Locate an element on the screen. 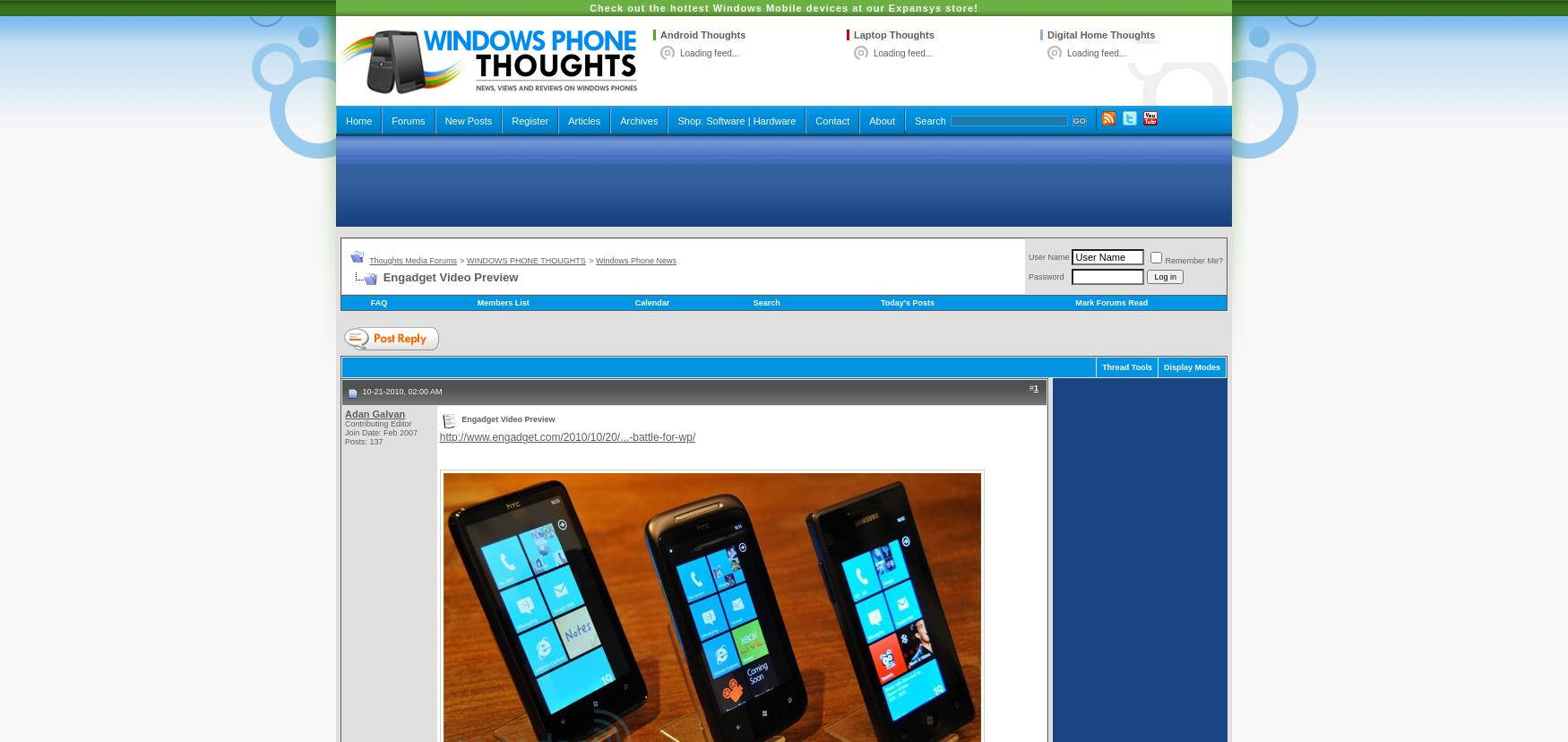  'http://www.engadget.com/2010/10/20/...-battle-for-wp/' is located at coordinates (565, 437).